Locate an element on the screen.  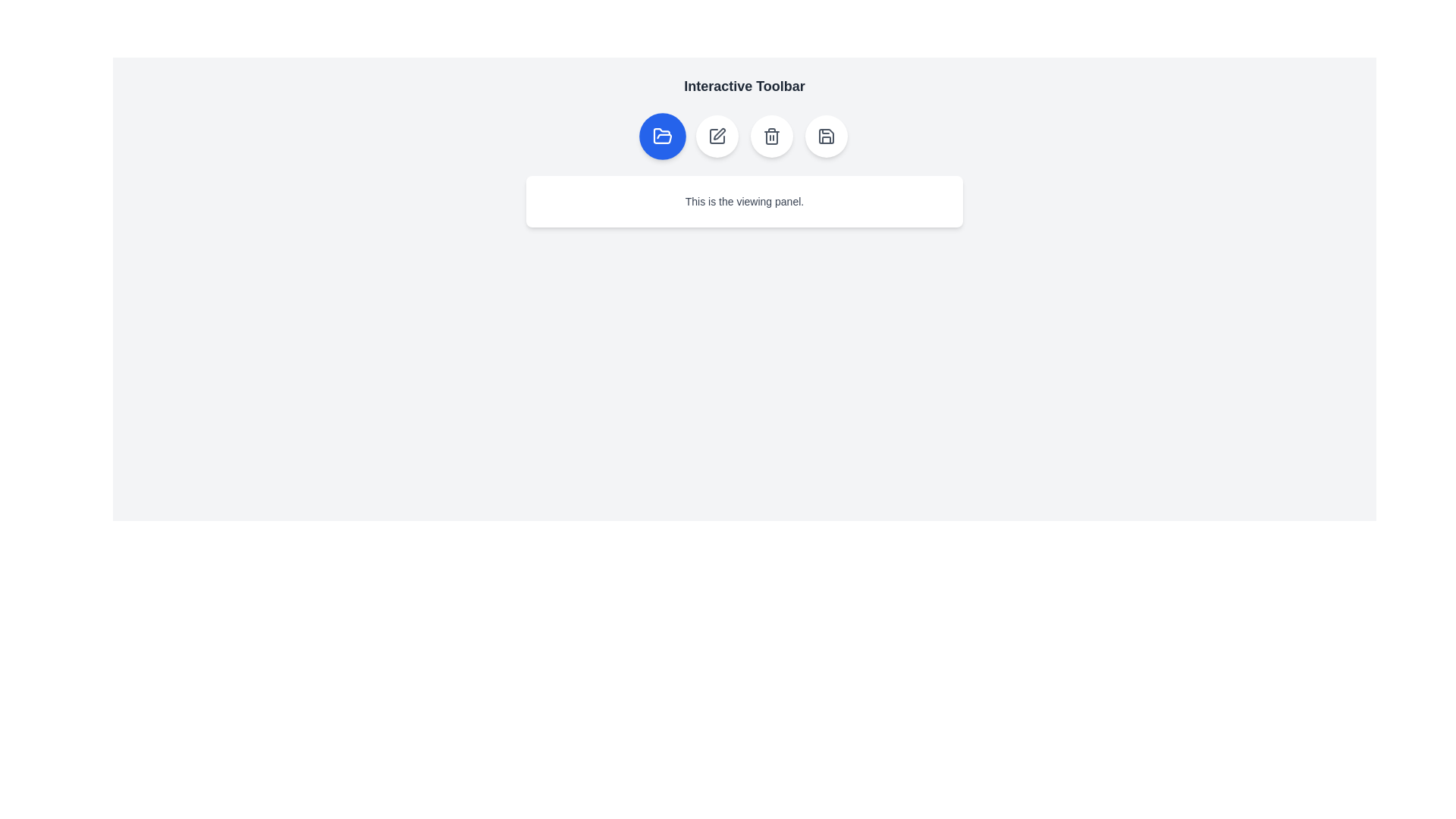
the edit icon button located centrally in the toolbar is located at coordinates (716, 136).